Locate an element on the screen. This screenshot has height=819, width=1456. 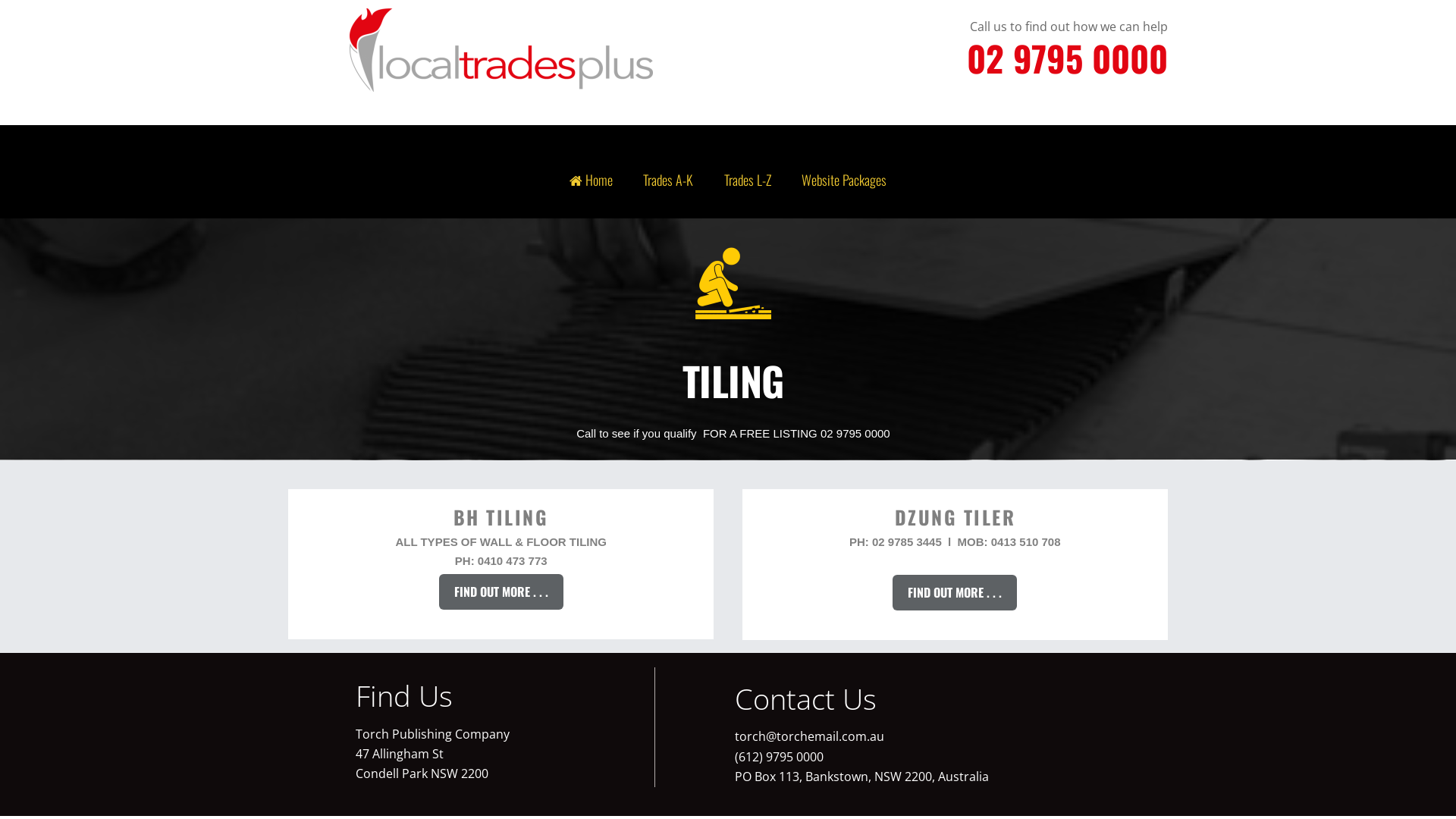
'(612) 9795 0000' is located at coordinates (779, 757).